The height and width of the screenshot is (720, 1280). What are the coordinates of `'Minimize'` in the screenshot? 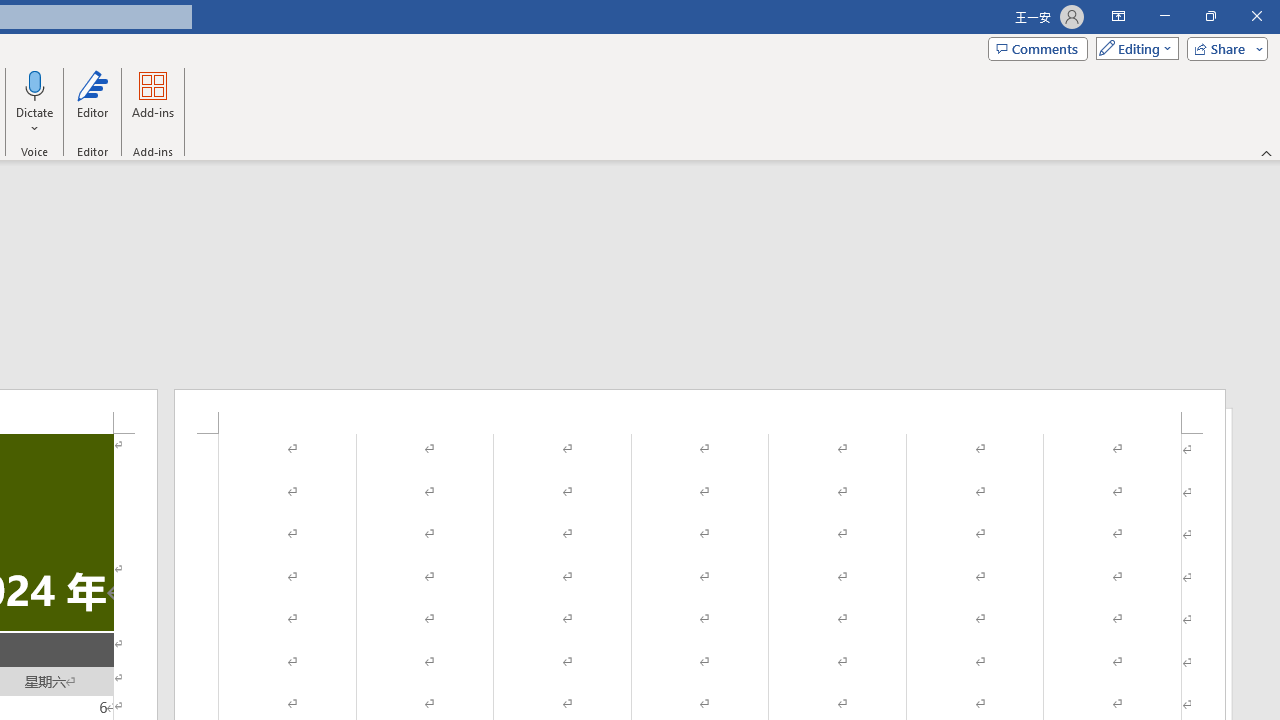 It's located at (1164, 16).